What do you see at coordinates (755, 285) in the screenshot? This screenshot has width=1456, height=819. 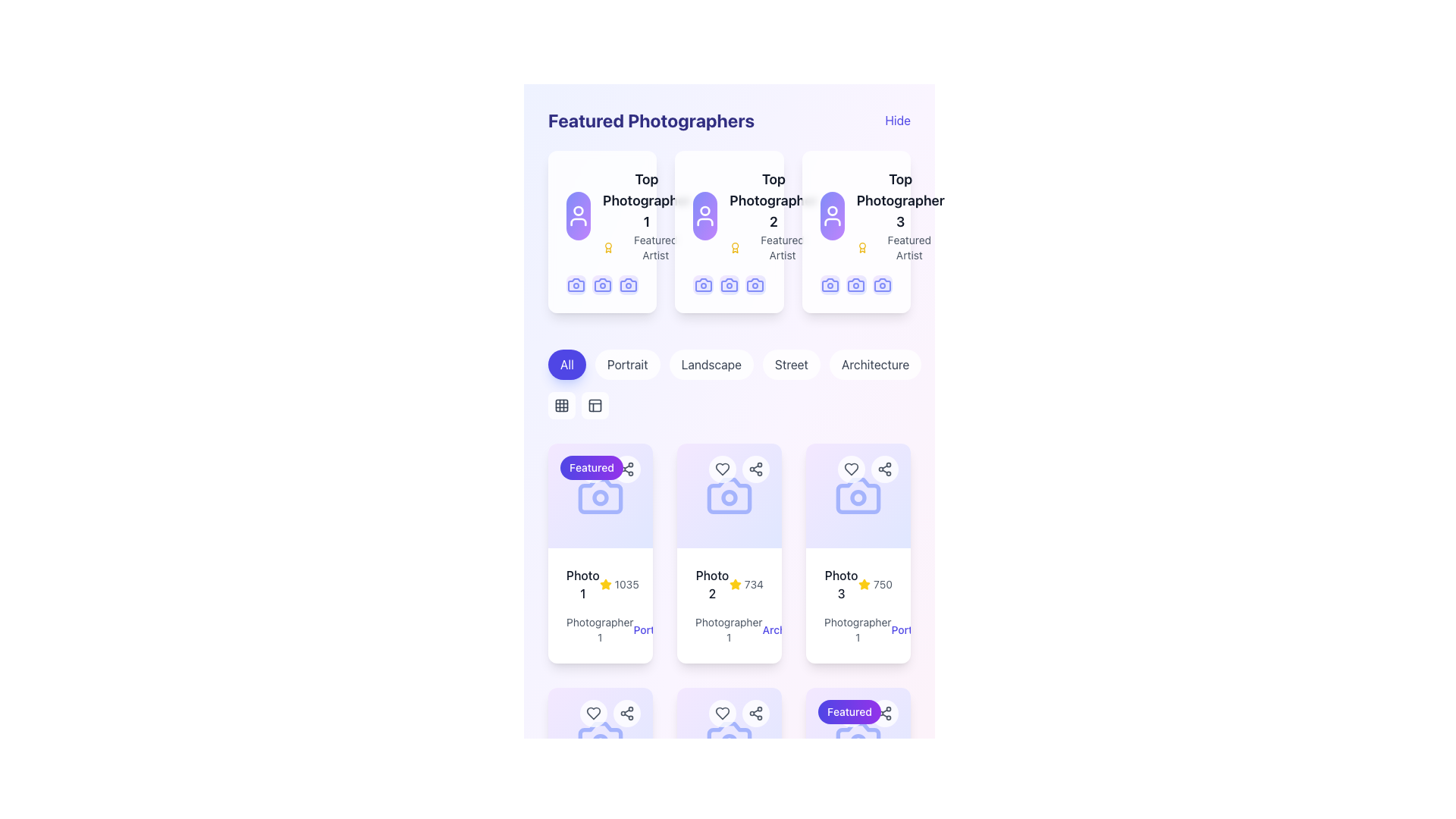 I see `the camera icon with a gradient fill located in the second card of the 'Featured Photographers' section, below the 'Top Photographer 2' title` at bounding box center [755, 285].